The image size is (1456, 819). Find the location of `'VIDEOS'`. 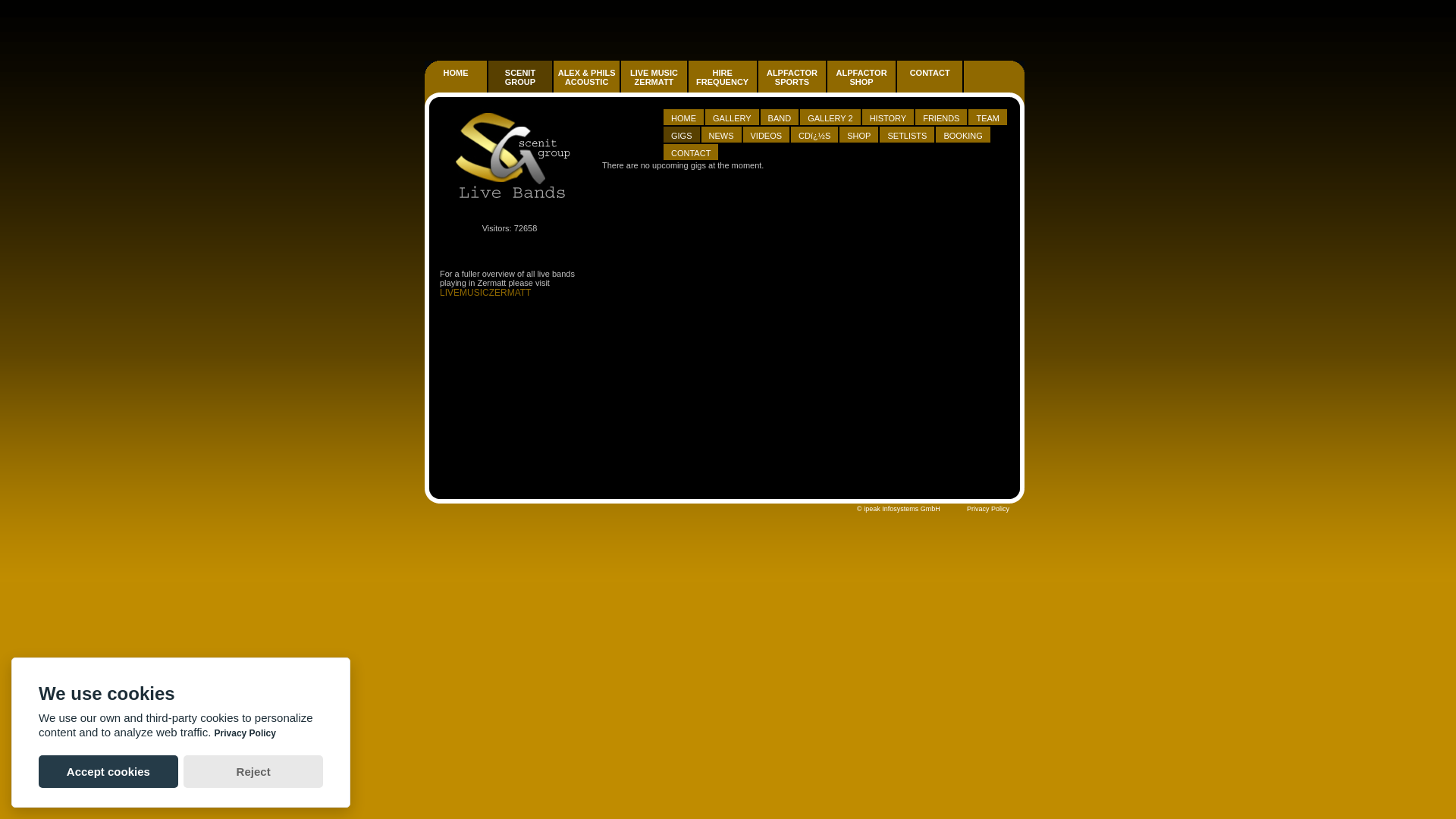

'VIDEOS' is located at coordinates (767, 134).